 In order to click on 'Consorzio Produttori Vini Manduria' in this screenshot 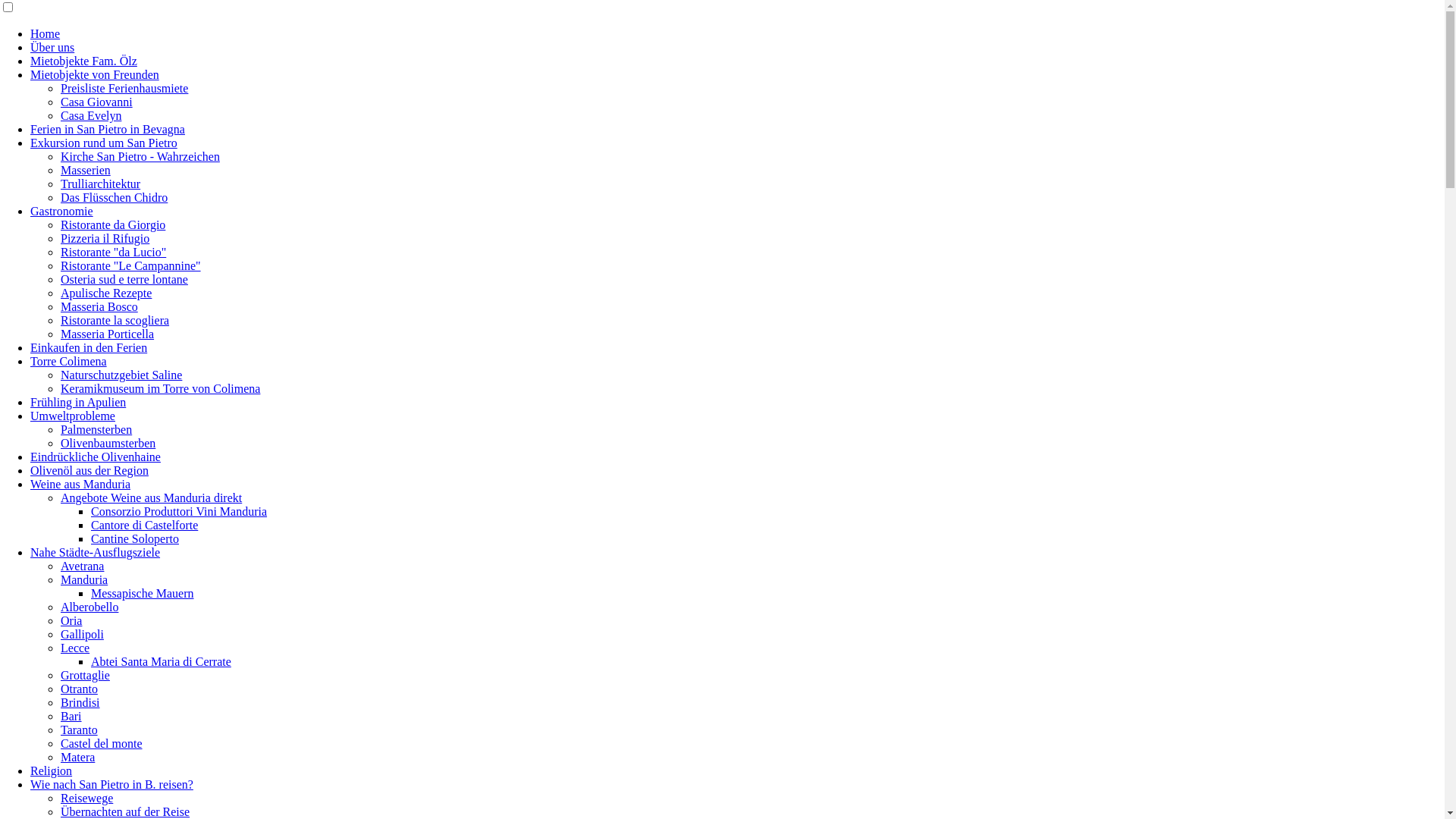, I will do `click(90, 511)`.